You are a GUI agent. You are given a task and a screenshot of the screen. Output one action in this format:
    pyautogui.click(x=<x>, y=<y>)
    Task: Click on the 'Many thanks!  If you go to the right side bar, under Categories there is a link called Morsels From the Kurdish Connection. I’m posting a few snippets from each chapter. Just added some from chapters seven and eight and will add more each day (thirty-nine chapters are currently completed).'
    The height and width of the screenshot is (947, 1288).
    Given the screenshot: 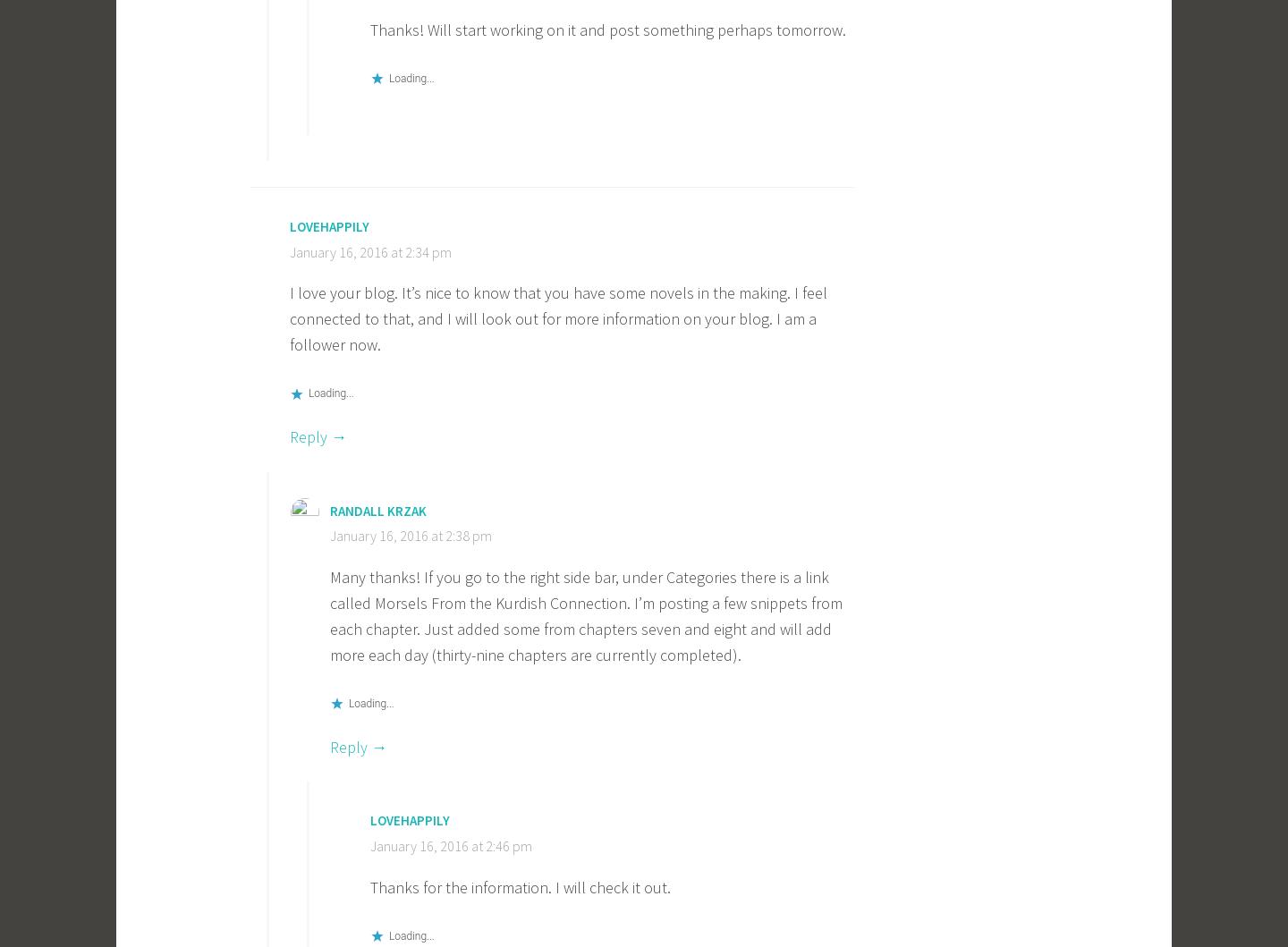 What is the action you would take?
    pyautogui.click(x=585, y=615)
    